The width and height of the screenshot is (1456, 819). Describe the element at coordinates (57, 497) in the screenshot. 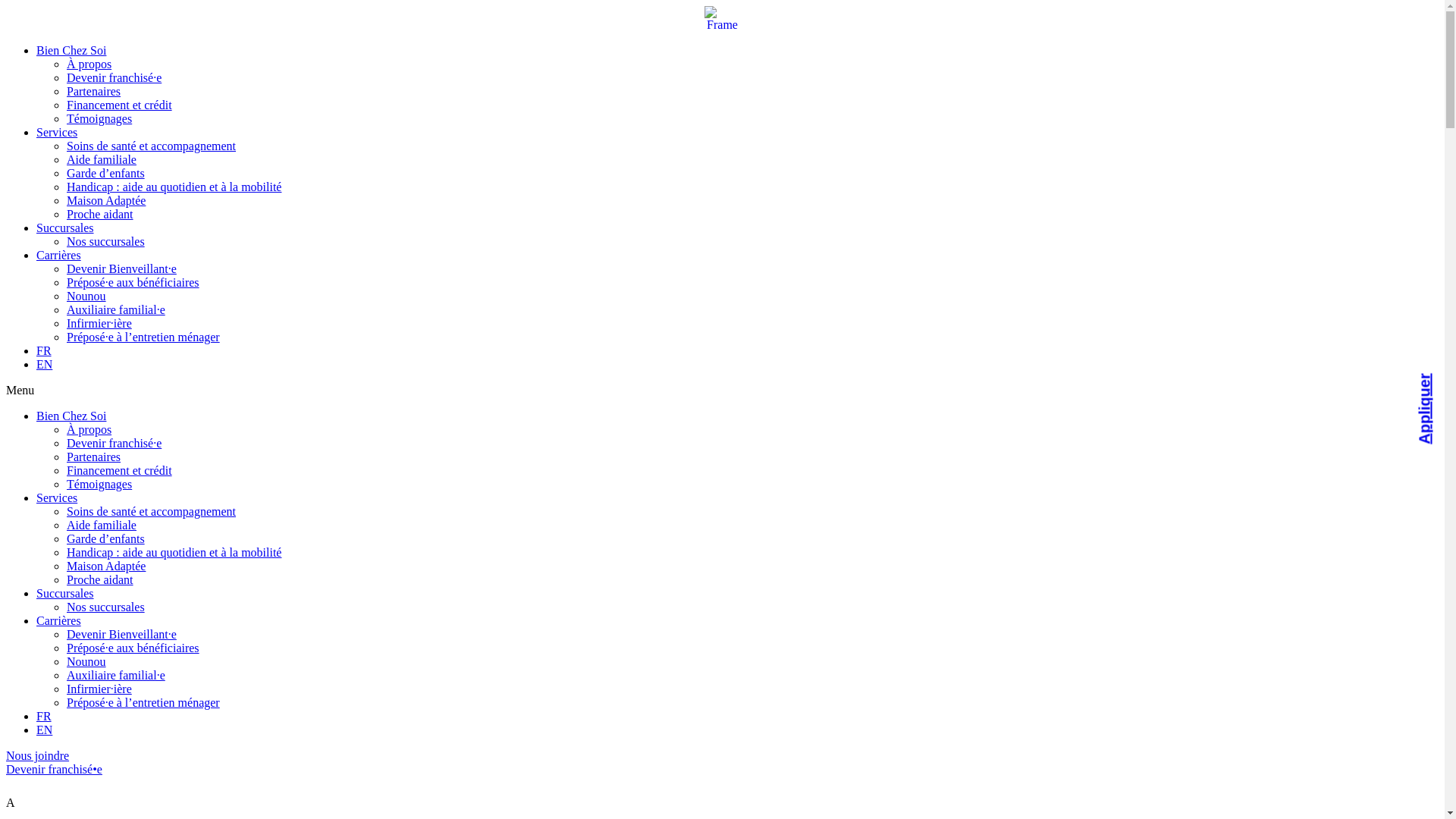

I see `'Services'` at that location.